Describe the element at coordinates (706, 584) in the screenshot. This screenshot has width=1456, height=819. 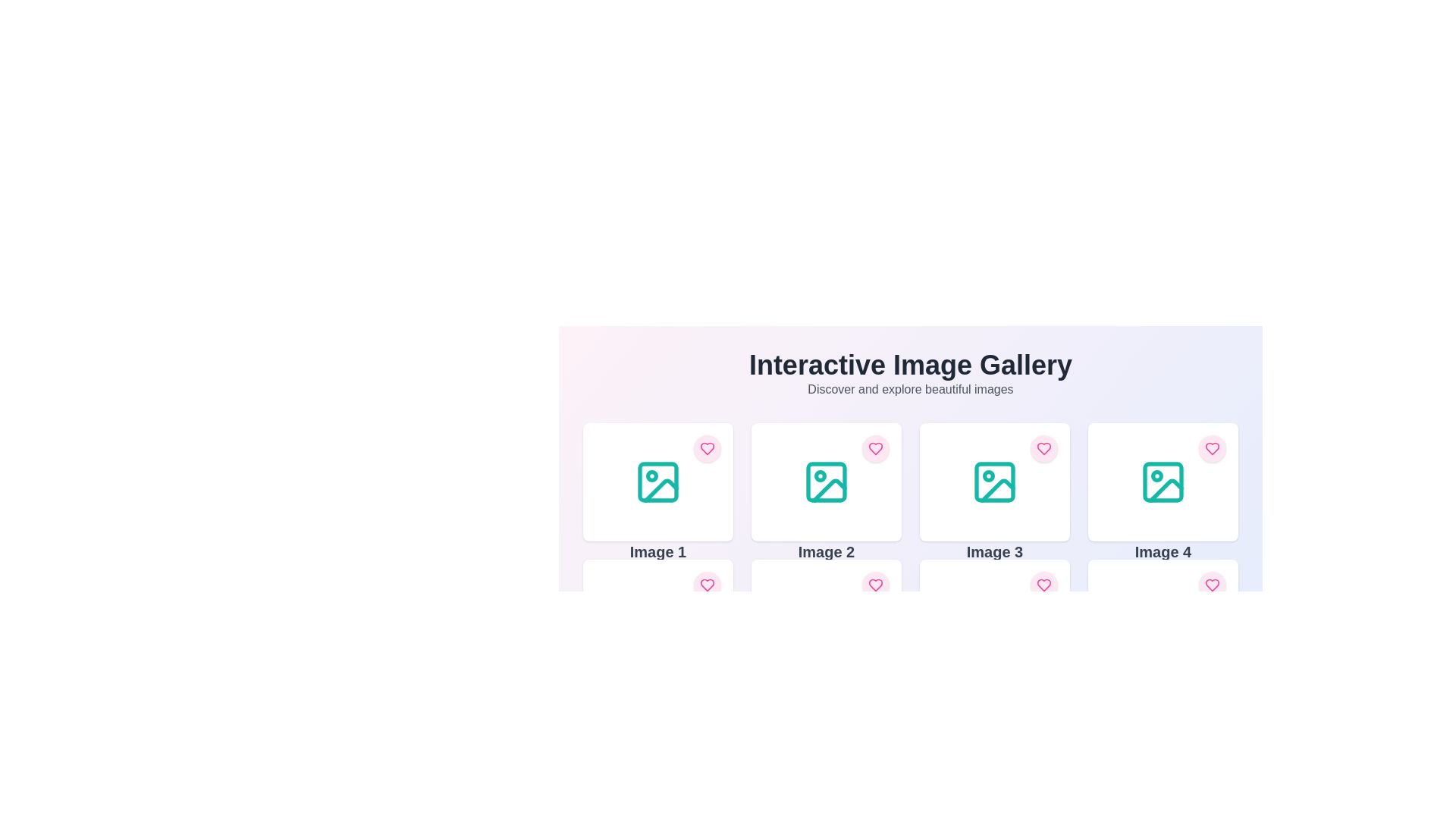
I see `the circular button with a pink background and heart icon located in the top-right corner of the white card` at that location.